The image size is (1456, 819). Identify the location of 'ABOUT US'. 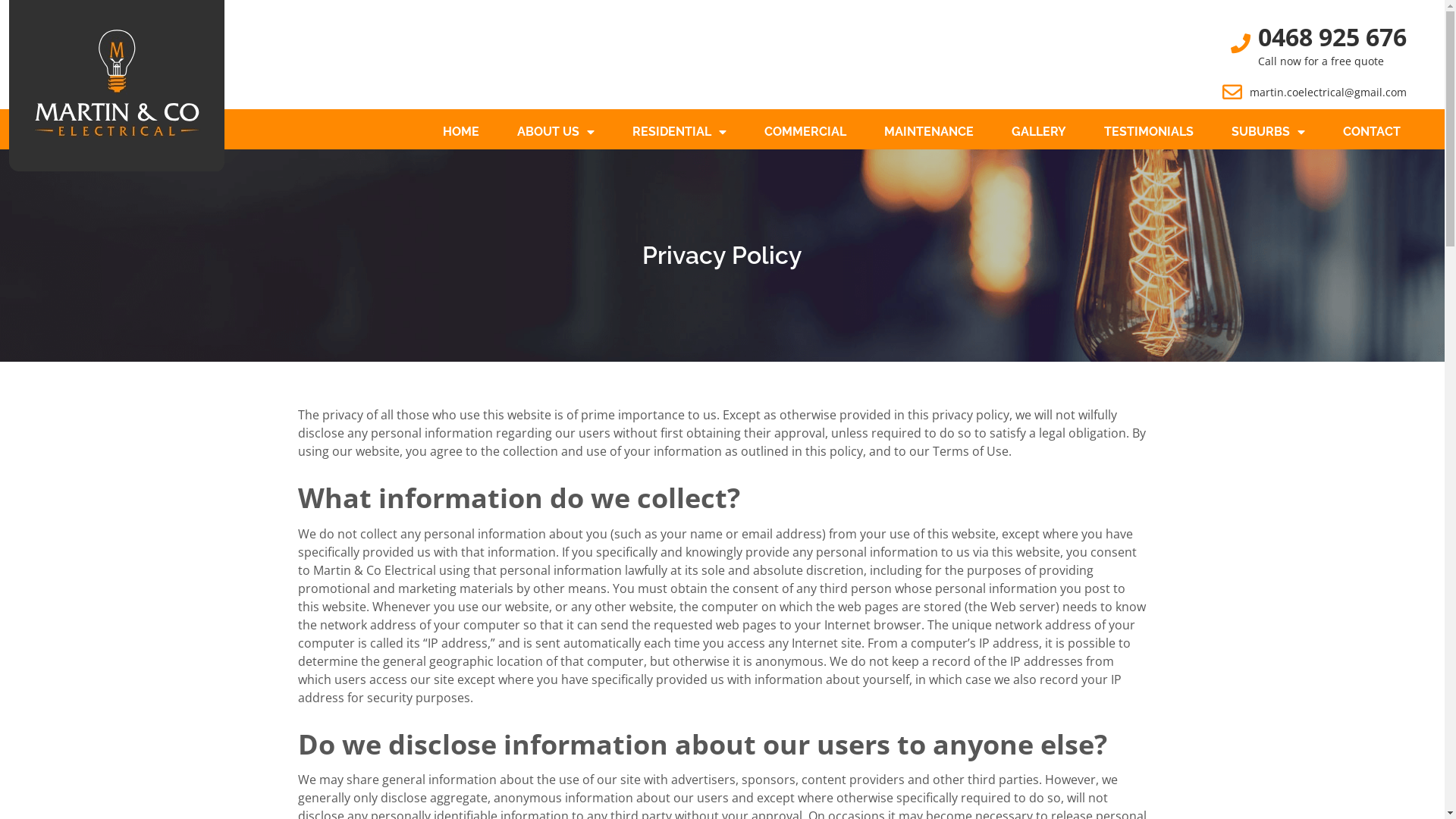
(555, 130).